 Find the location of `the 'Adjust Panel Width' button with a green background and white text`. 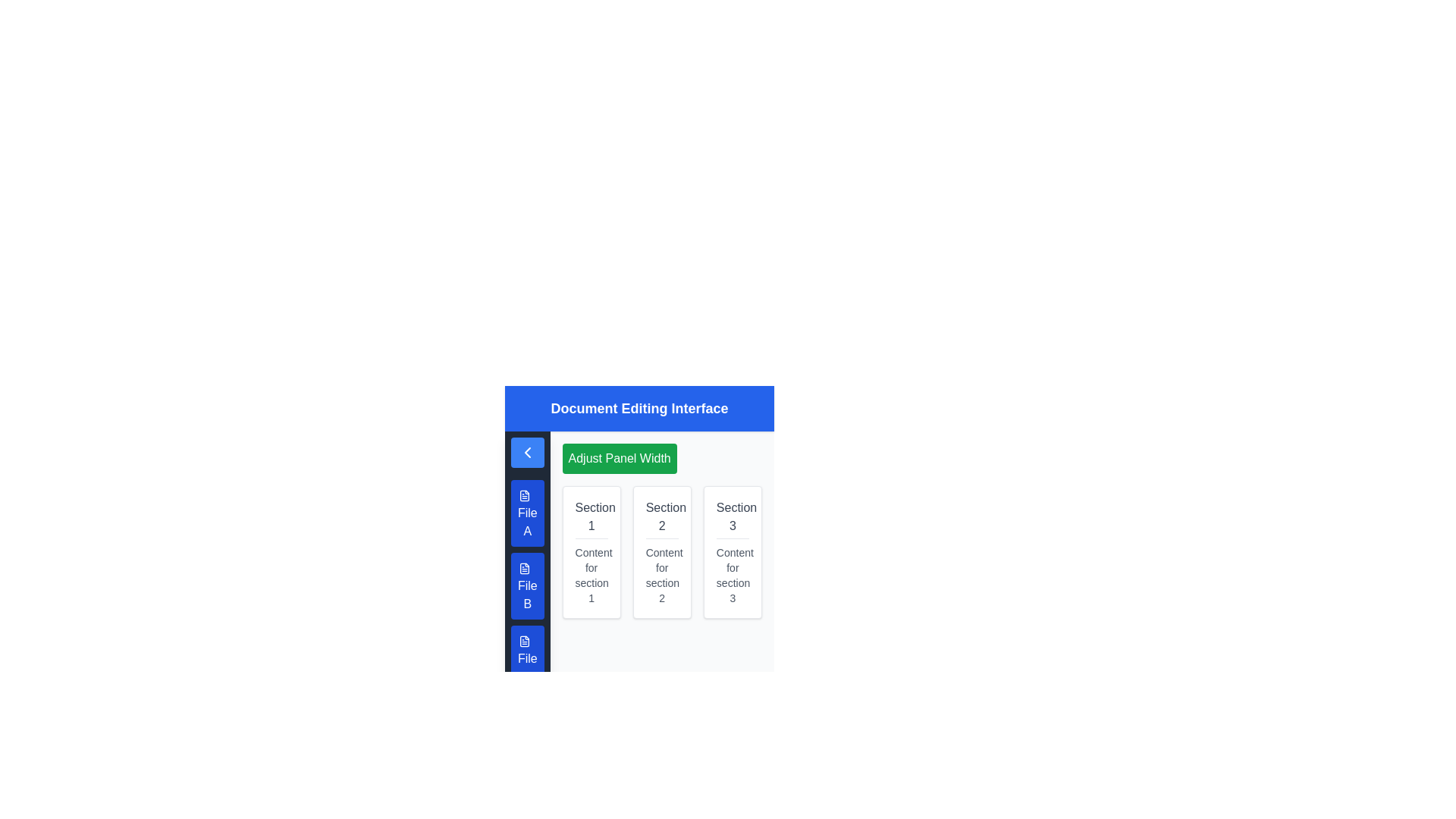

the 'Adjust Panel Width' button with a green background and white text is located at coordinates (620, 458).